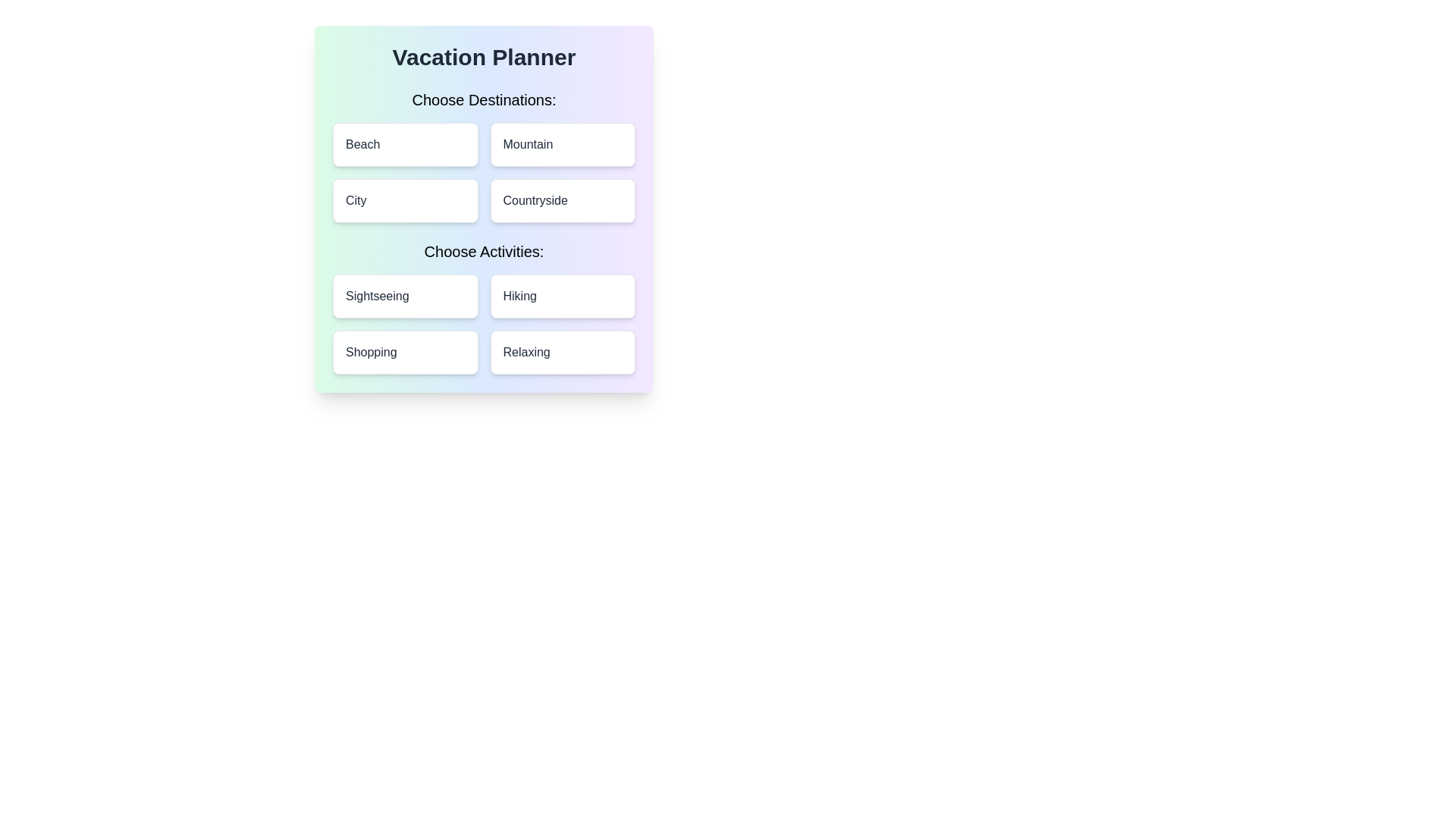 The image size is (1456, 819). Describe the element at coordinates (483, 324) in the screenshot. I see `the tile in the activity selection grid` at that location.